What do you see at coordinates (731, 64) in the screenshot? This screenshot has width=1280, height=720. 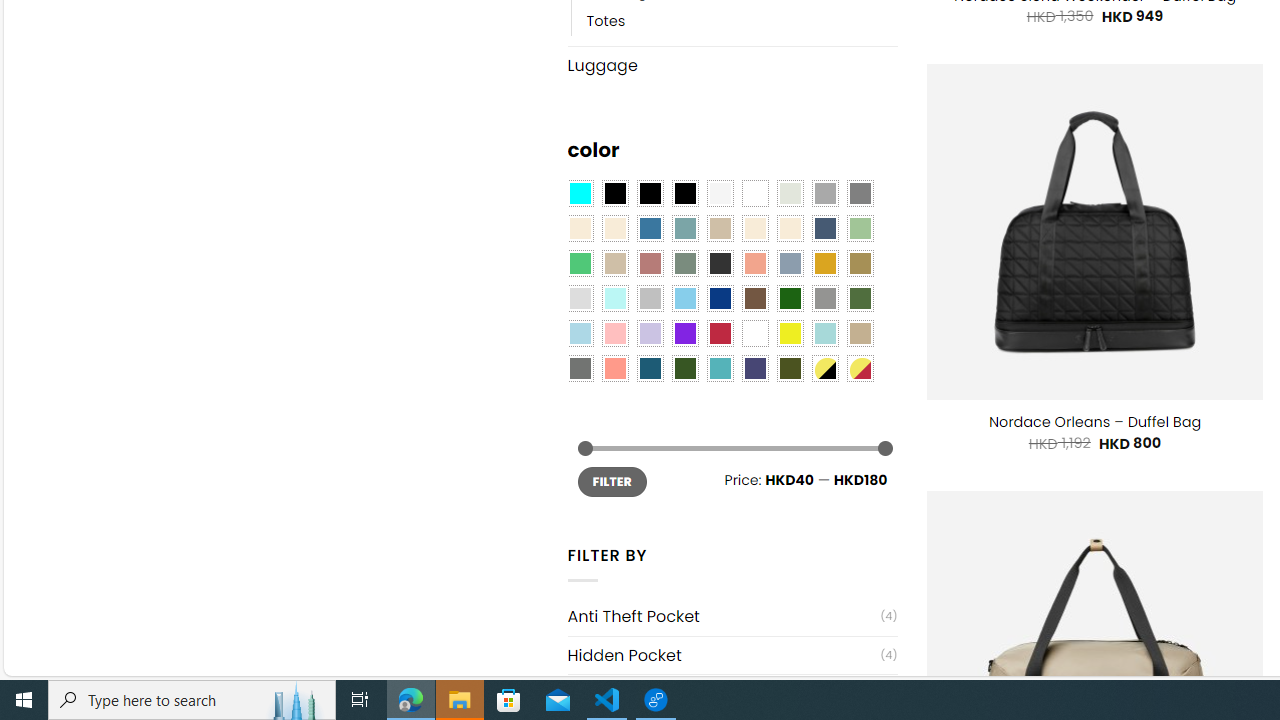 I see `'Luggage'` at bounding box center [731, 64].